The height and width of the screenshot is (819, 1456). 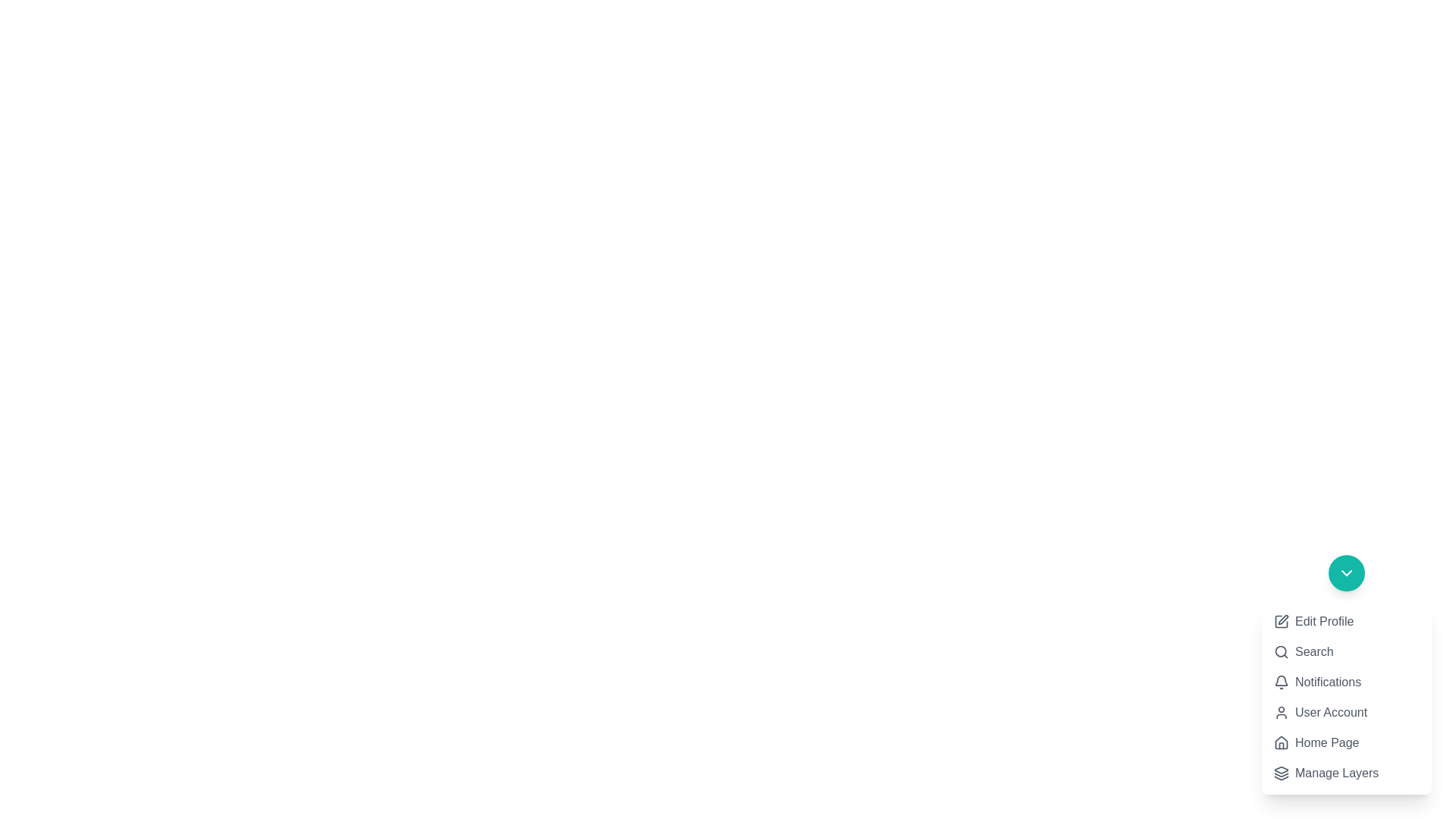 I want to click on the downward chevron icon located in the circular teal button to trigger visual feedback, so click(x=1347, y=573).